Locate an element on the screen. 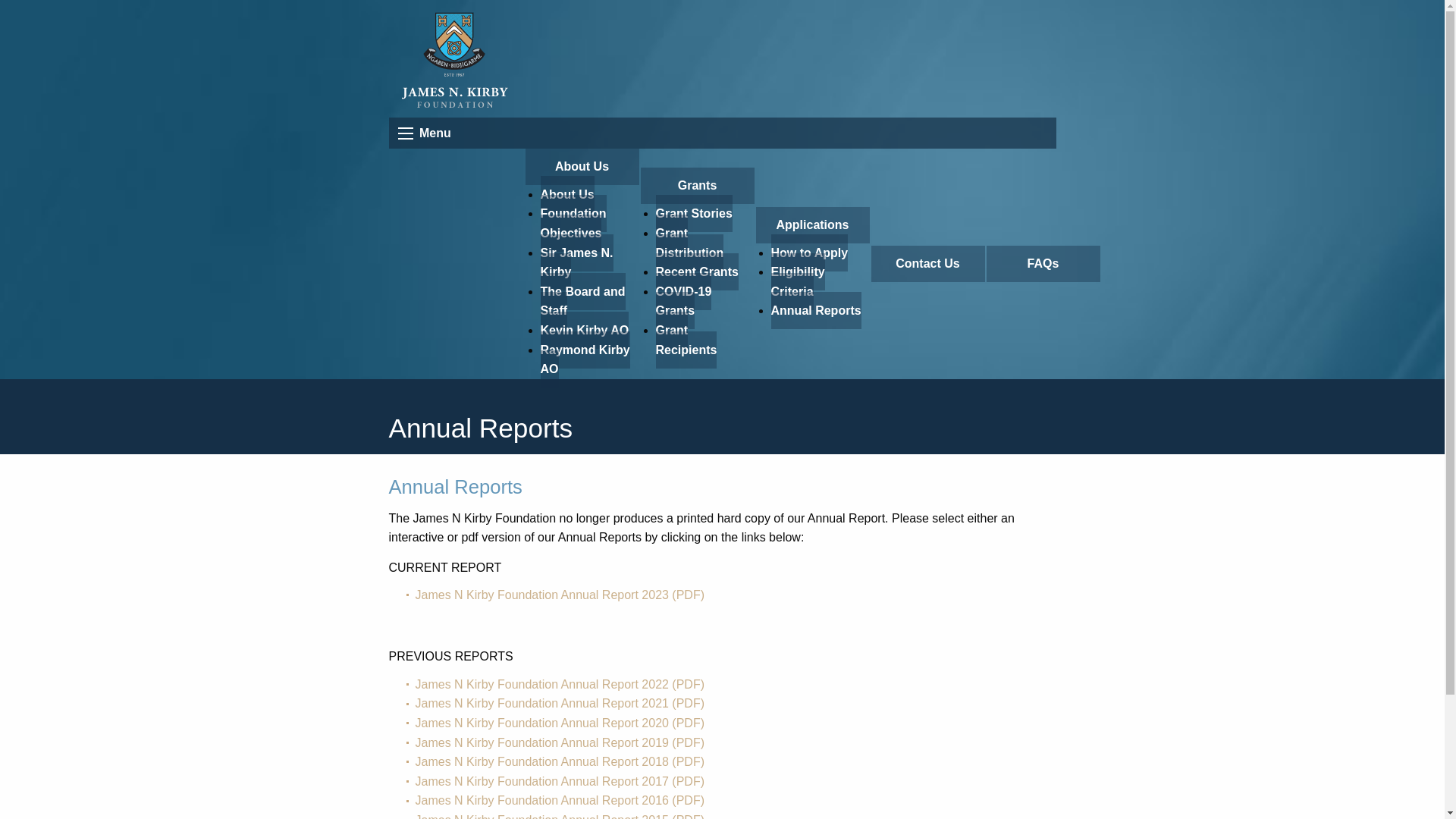 This screenshot has height=819, width=1456. 'James N Kirby Foundation Annual Report 2017 (PDF)' is located at coordinates (560, 781).